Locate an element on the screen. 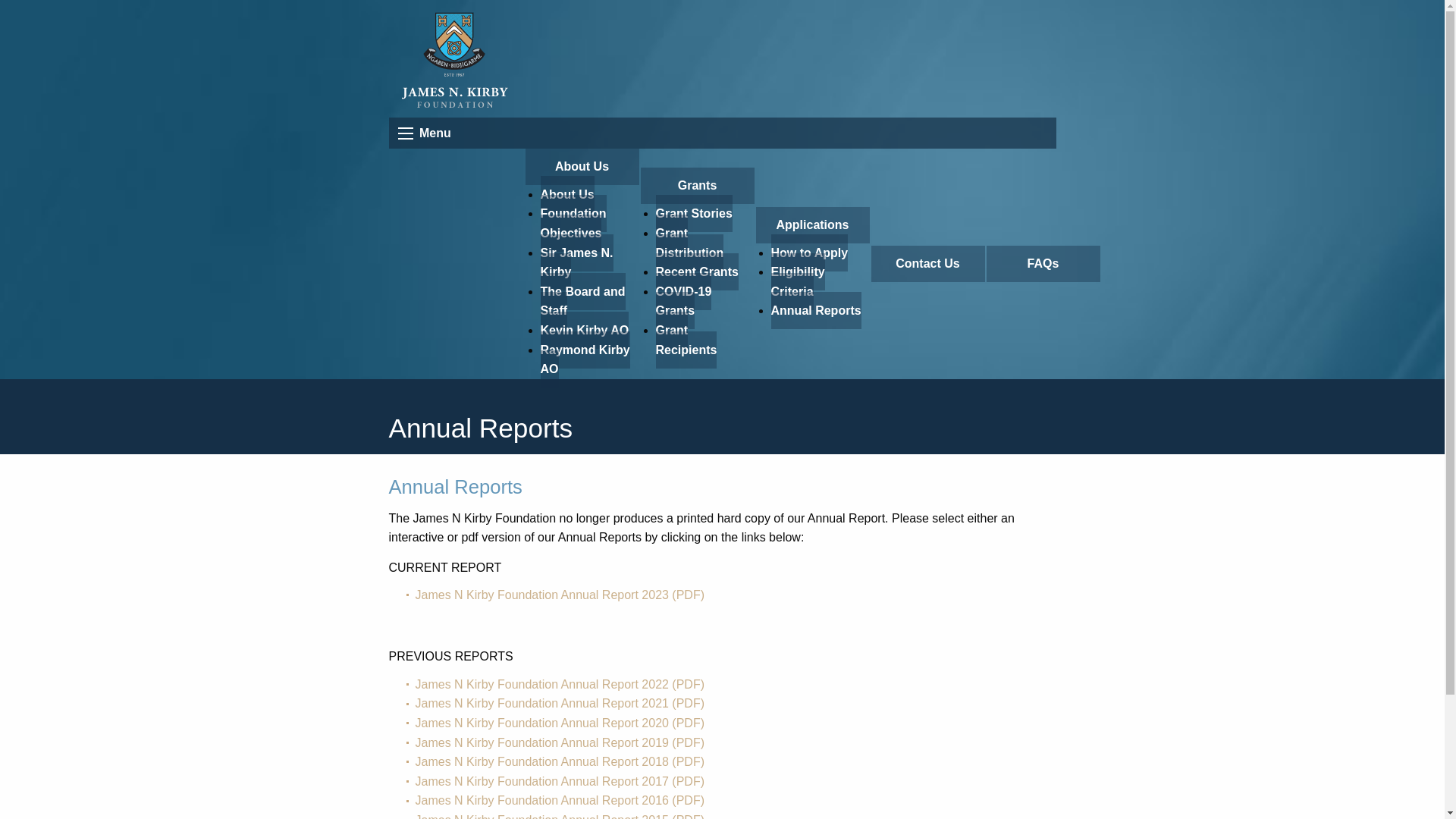 This screenshot has height=819, width=1456. 'James N Kirby Foundation Annual Report 2017 (PDF)' is located at coordinates (560, 781).